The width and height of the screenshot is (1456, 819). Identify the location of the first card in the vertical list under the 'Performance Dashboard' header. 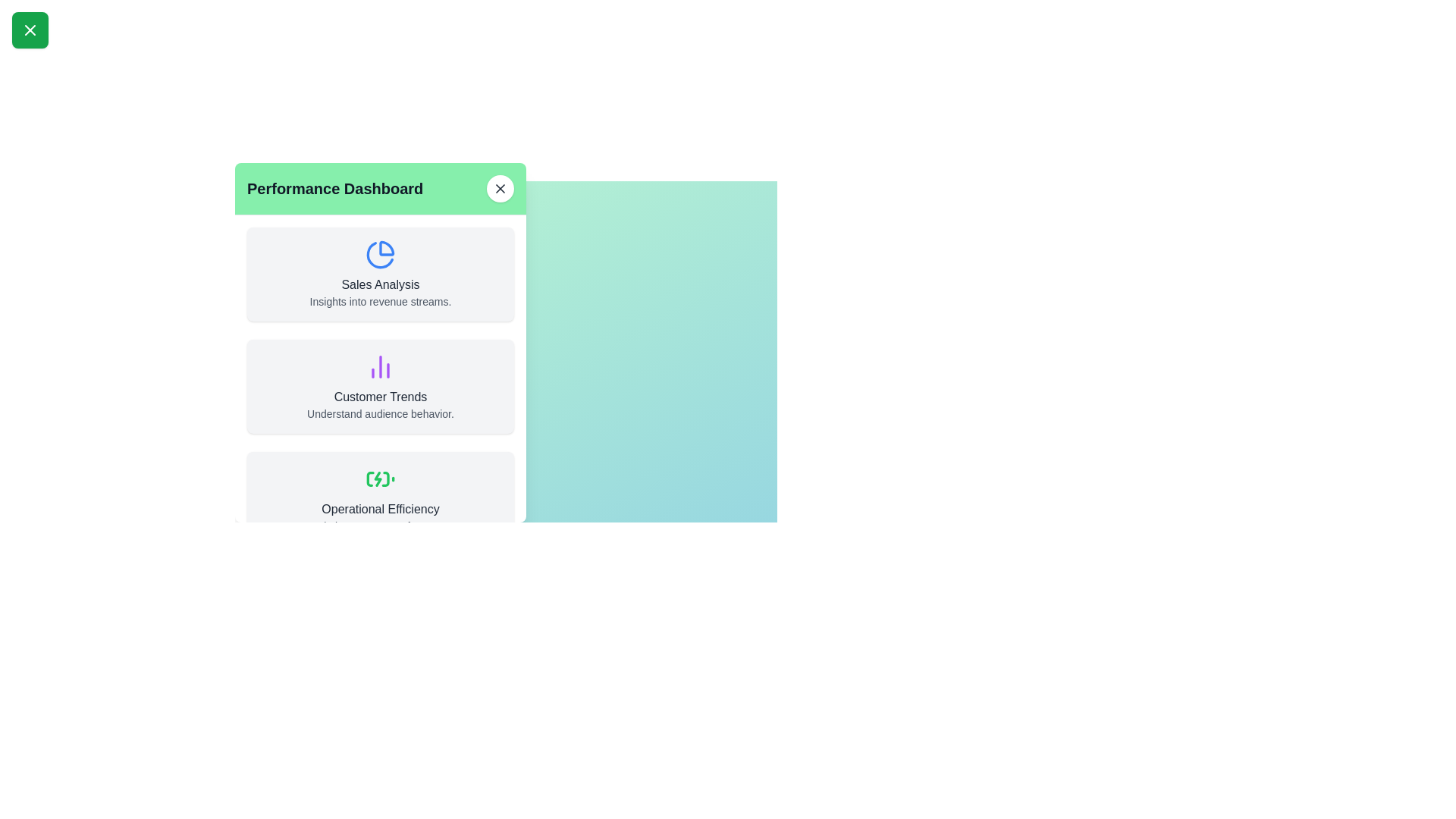
(381, 275).